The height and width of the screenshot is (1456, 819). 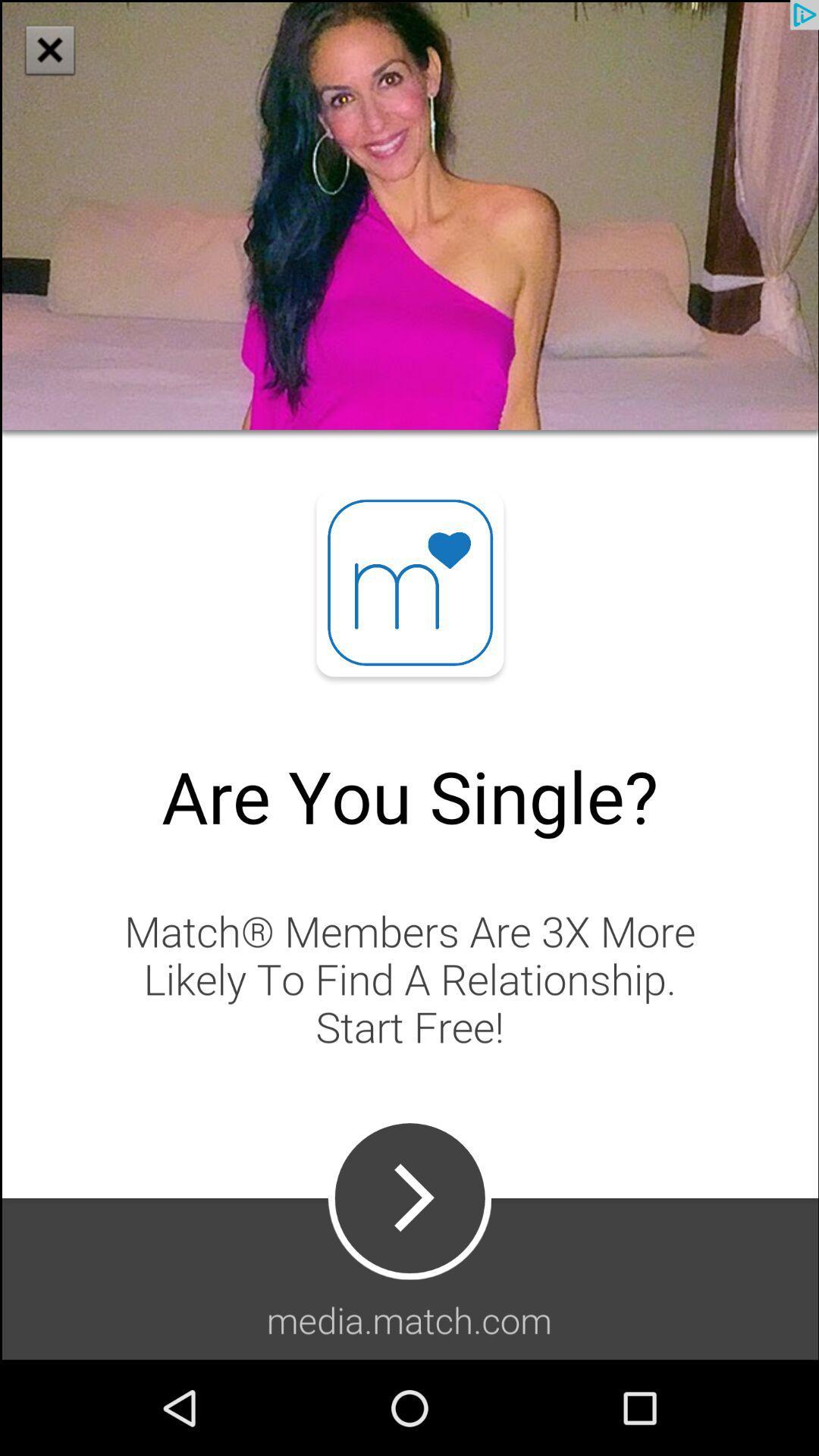 What do you see at coordinates (49, 53) in the screenshot?
I see `the close icon` at bounding box center [49, 53].